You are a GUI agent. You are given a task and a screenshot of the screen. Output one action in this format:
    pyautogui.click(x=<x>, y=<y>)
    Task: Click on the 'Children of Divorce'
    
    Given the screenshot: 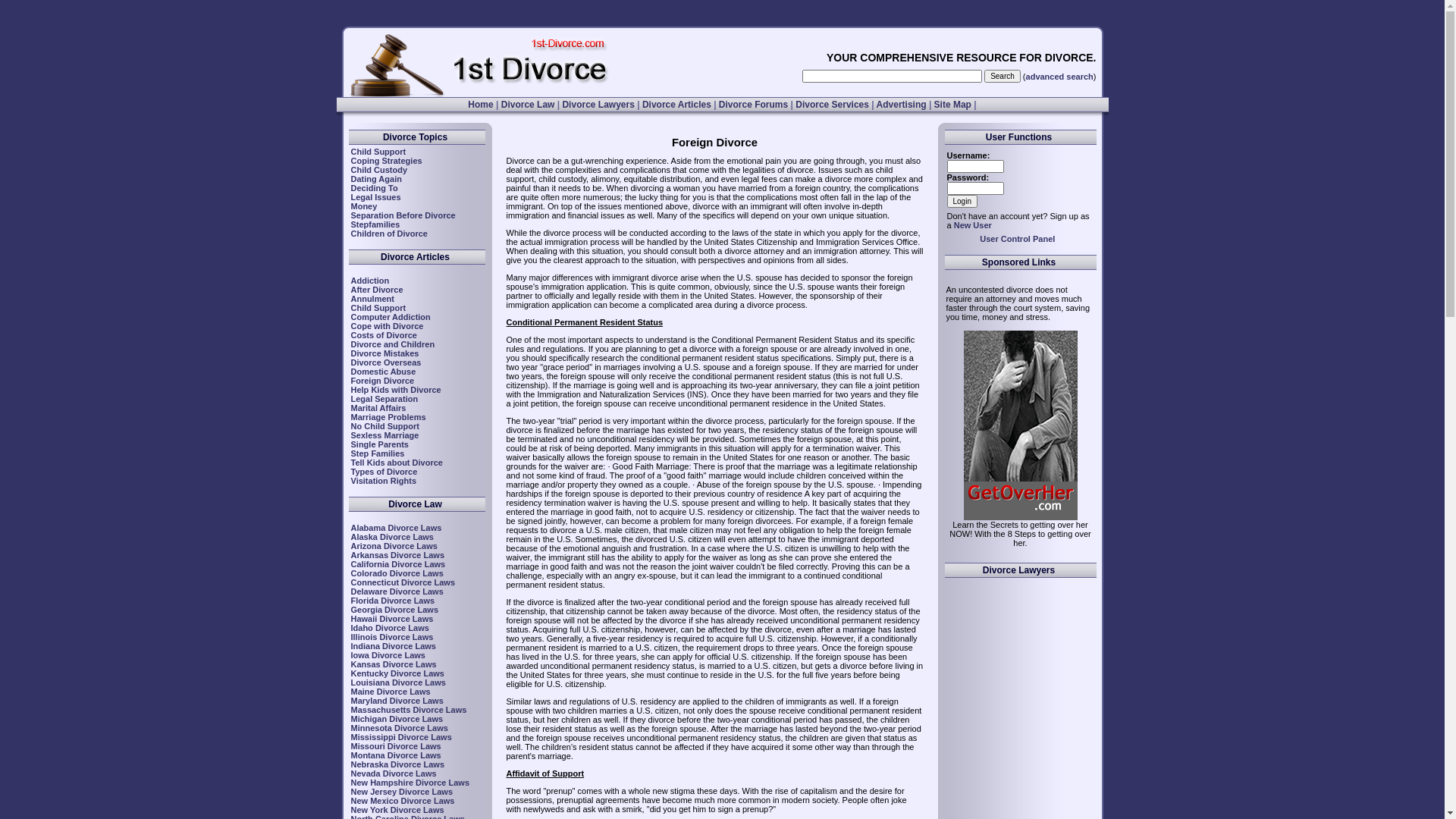 What is the action you would take?
    pyautogui.click(x=388, y=234)
    